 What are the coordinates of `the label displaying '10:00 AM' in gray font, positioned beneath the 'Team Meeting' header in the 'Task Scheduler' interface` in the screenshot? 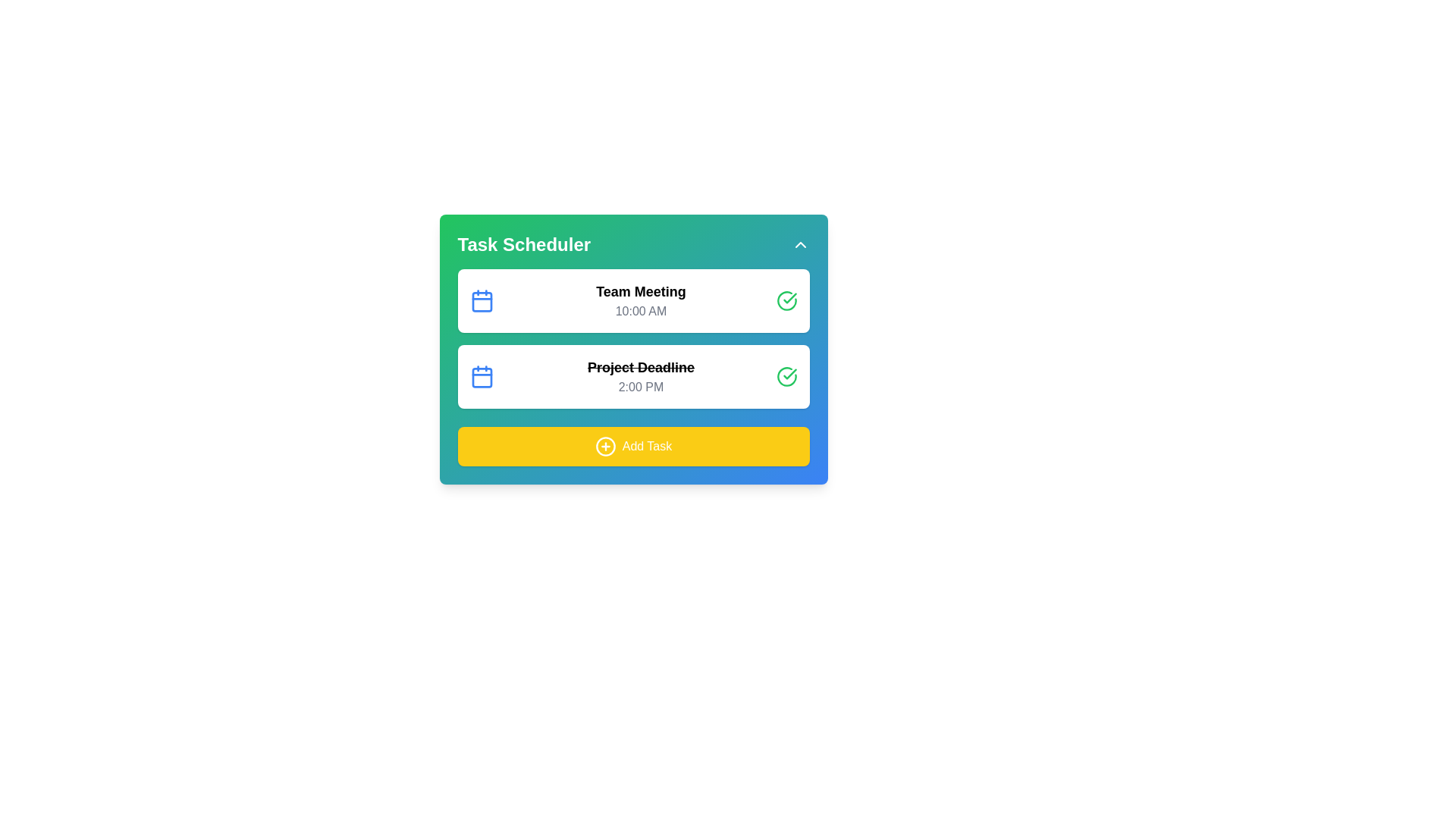 It's located at (641, 311).